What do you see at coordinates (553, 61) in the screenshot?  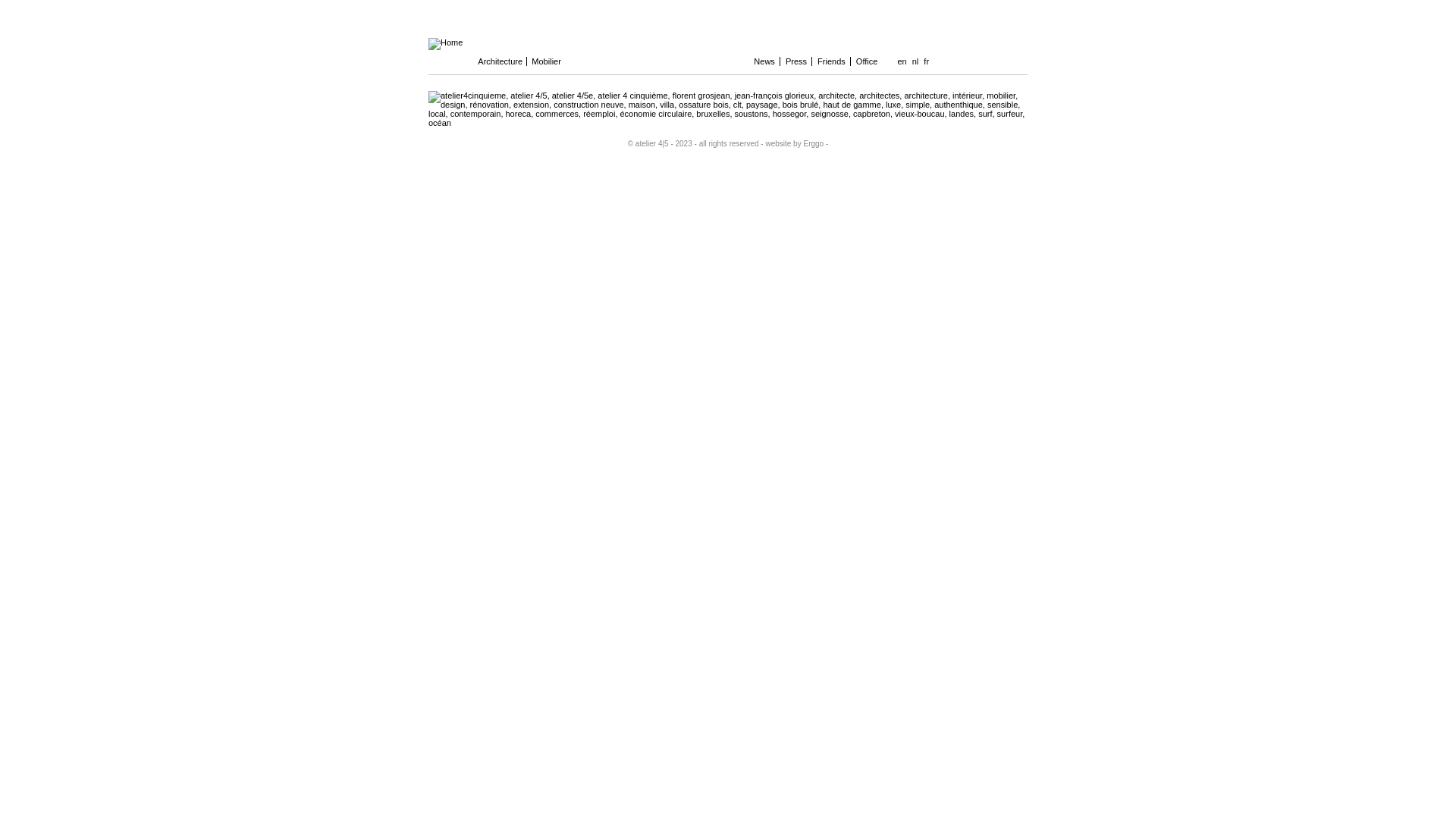 I see `'Mobilier'` at bounding box center [553, 61].